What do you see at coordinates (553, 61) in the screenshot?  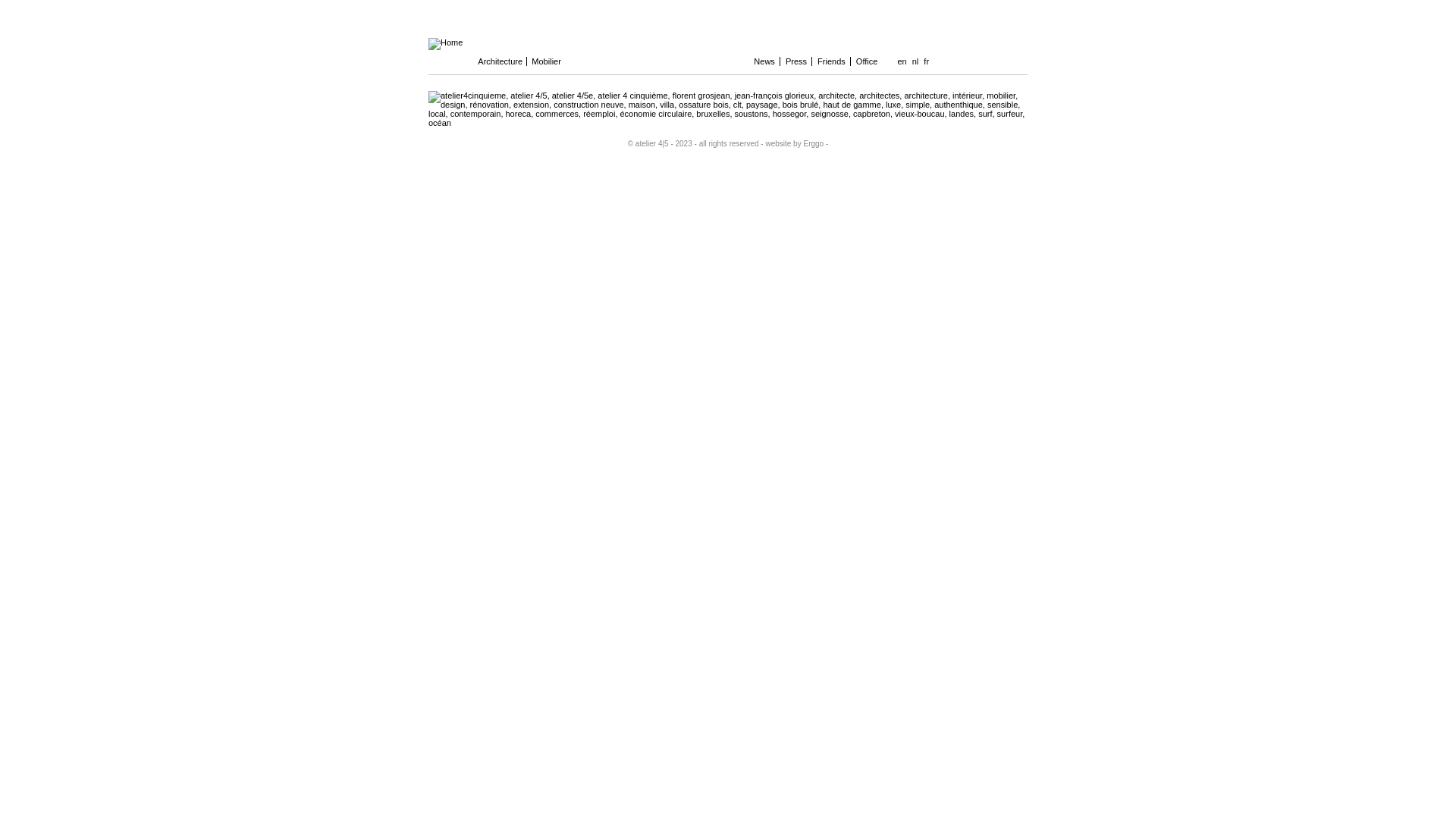 I see `'Mobilier'` at bounding box center [553, 61].